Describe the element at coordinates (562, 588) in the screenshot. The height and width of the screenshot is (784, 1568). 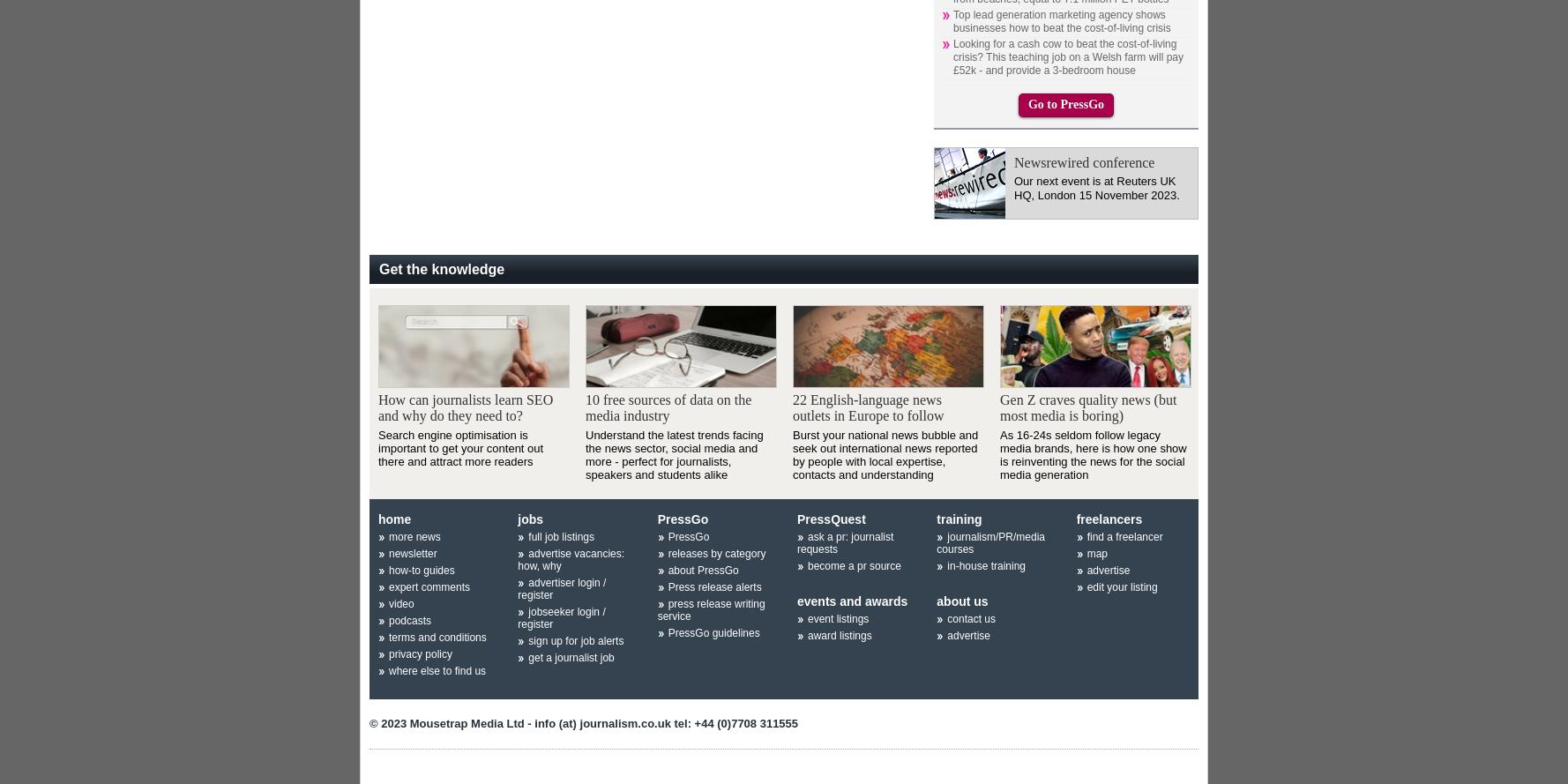
I see `'advertiser login / register'` at that location.